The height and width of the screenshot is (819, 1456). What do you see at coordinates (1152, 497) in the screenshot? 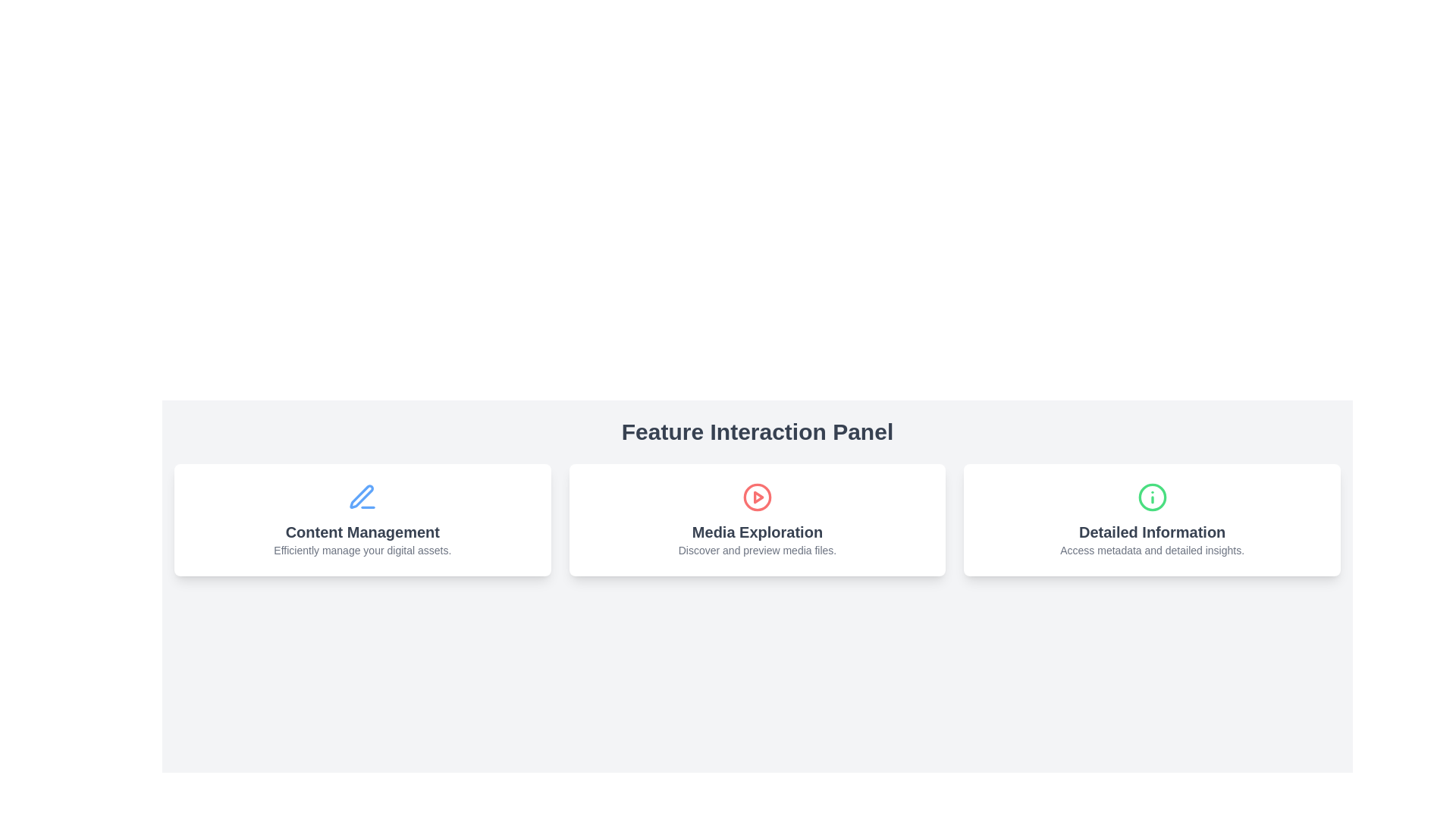
I see `the informational icon located at the top center of the 'Detailed Information' card` at bounding box center [1152, 497].